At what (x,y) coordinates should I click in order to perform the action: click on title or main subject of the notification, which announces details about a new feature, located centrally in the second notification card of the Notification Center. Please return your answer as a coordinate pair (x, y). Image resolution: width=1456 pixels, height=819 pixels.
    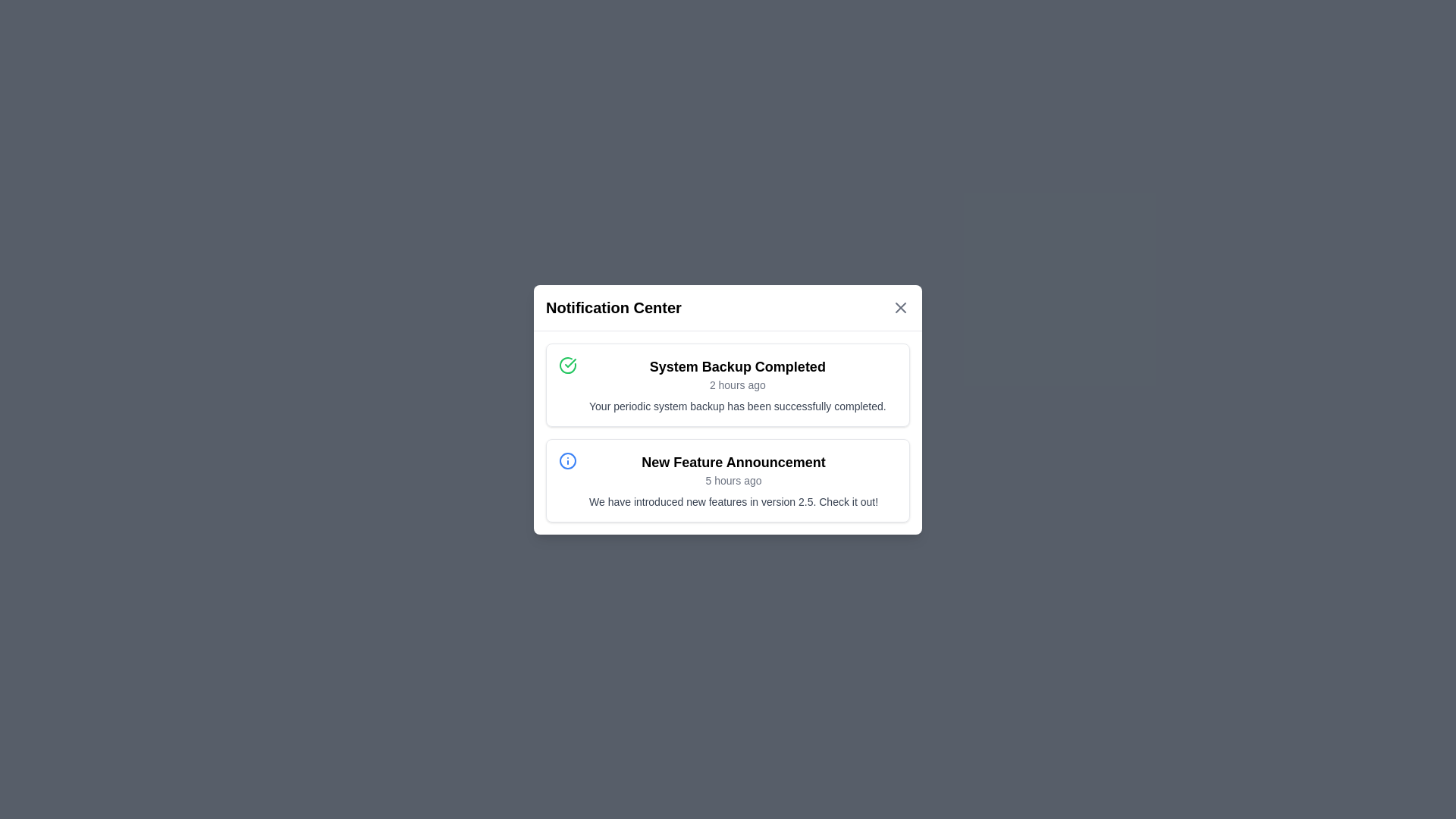
    Looking at the image, I should click on (733, 461).